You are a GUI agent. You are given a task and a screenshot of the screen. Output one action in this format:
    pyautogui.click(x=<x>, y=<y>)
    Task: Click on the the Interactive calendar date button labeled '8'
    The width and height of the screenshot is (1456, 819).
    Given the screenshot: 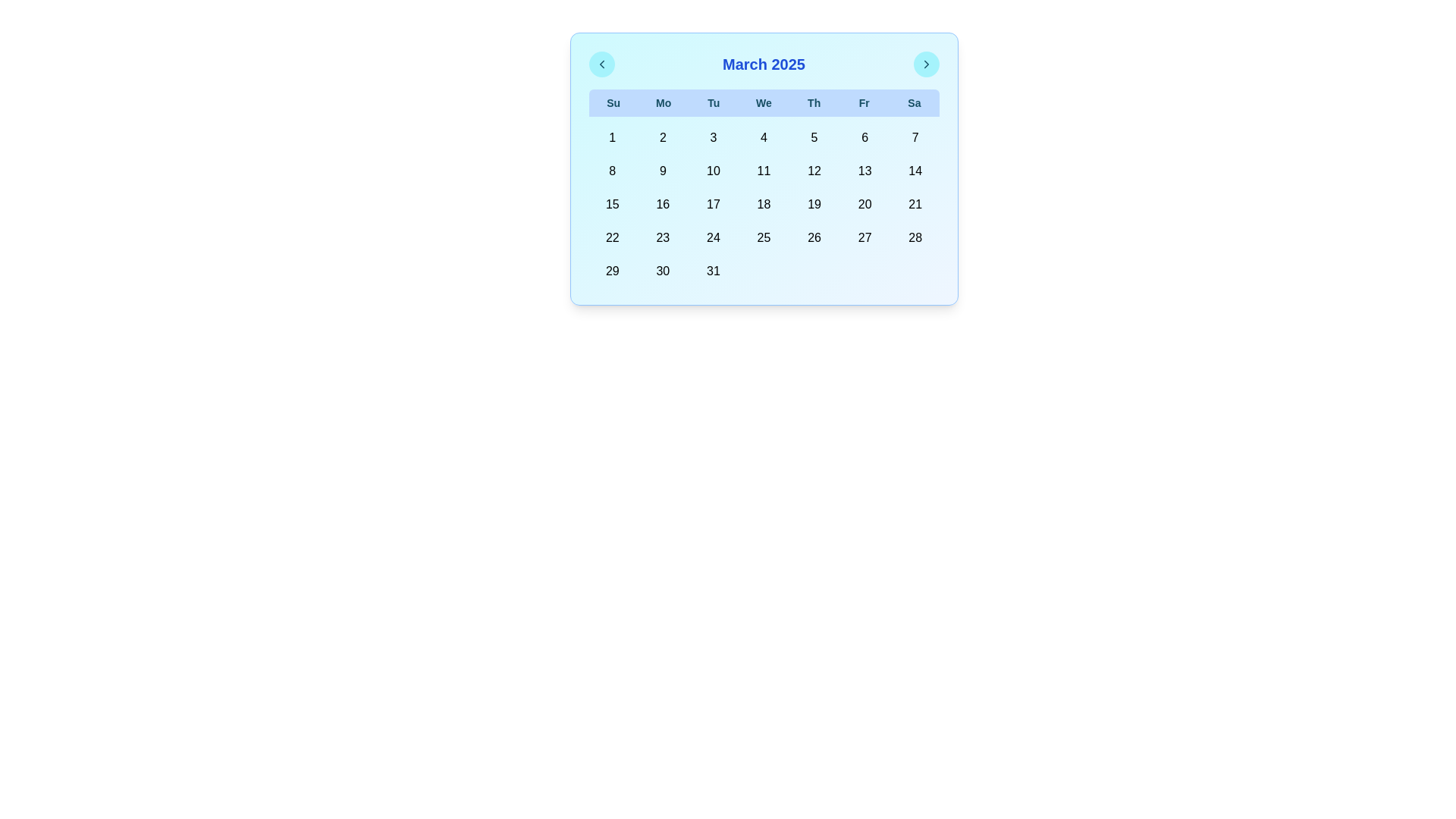 What is the action you would take?
    pyautogui.click(x=612, y=171)
    